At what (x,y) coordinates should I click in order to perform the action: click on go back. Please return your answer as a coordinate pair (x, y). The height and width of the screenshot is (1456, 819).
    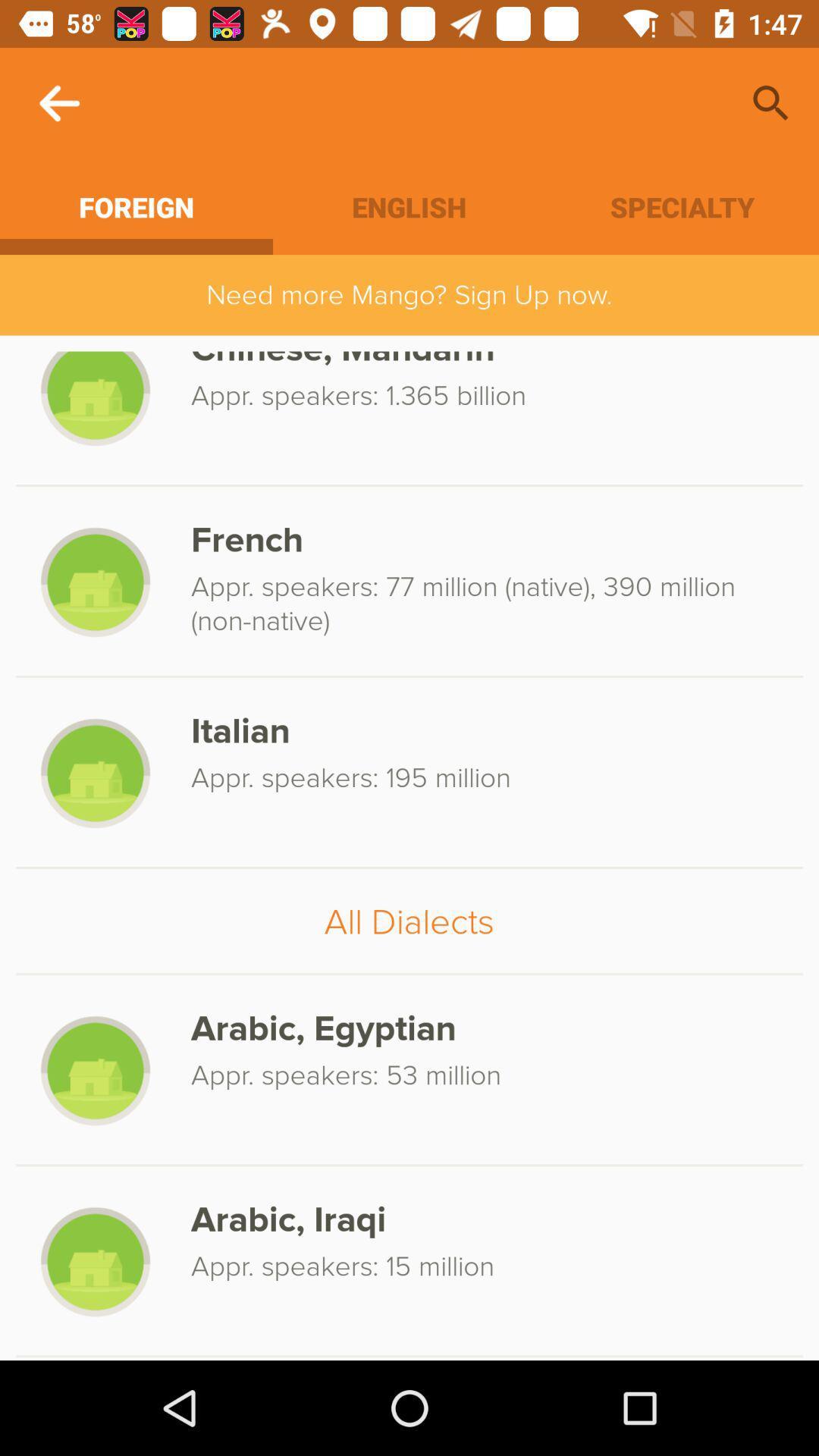
    Looking at the image, I should click on (58, 102).